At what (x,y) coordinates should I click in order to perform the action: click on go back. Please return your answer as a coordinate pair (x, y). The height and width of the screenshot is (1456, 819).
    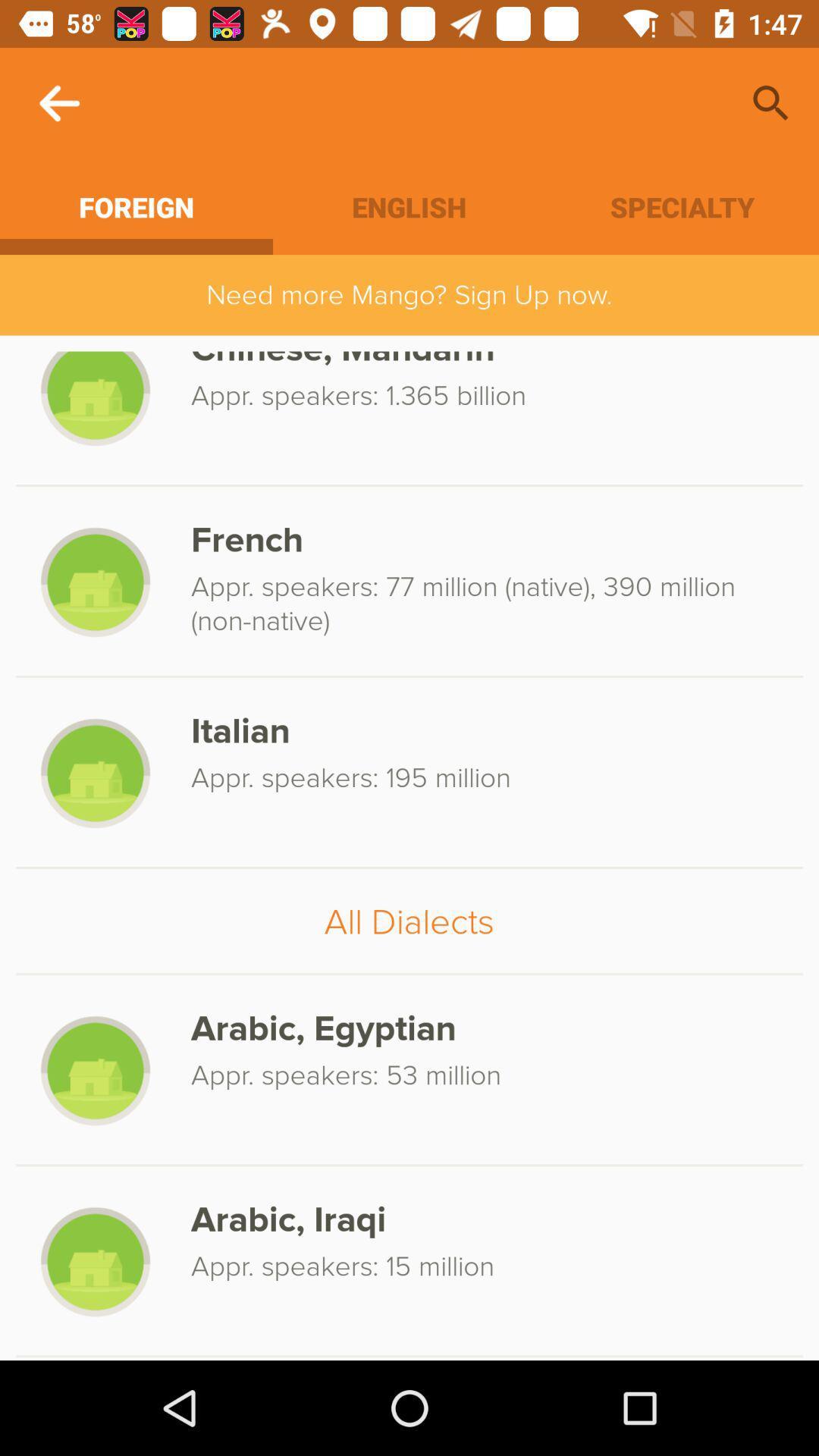
    Looking at the image, I should click on (58, 102).